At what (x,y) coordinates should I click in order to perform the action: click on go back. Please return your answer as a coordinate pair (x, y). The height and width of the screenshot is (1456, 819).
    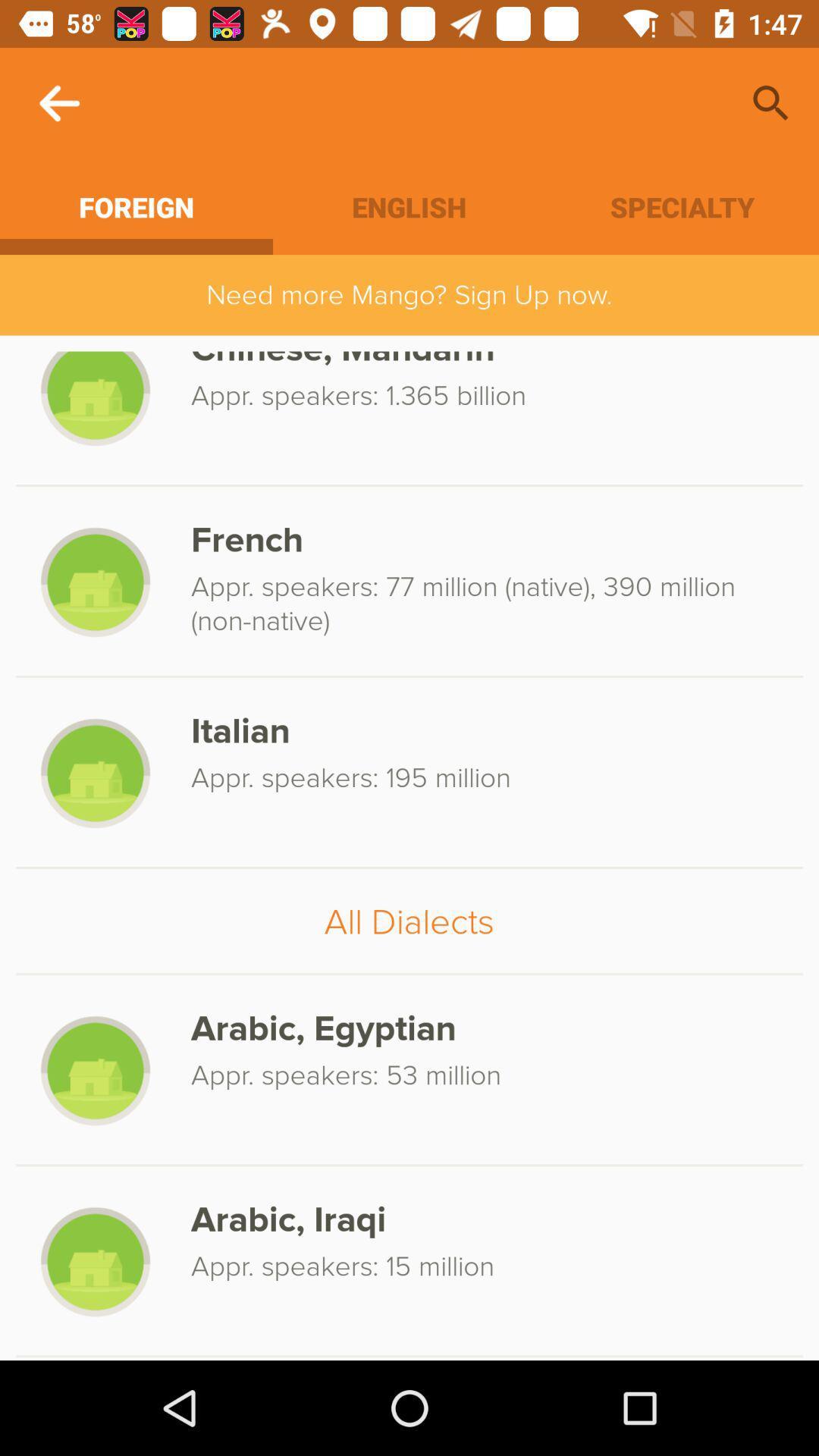
    Looking at the image, I should click on (58, 102).